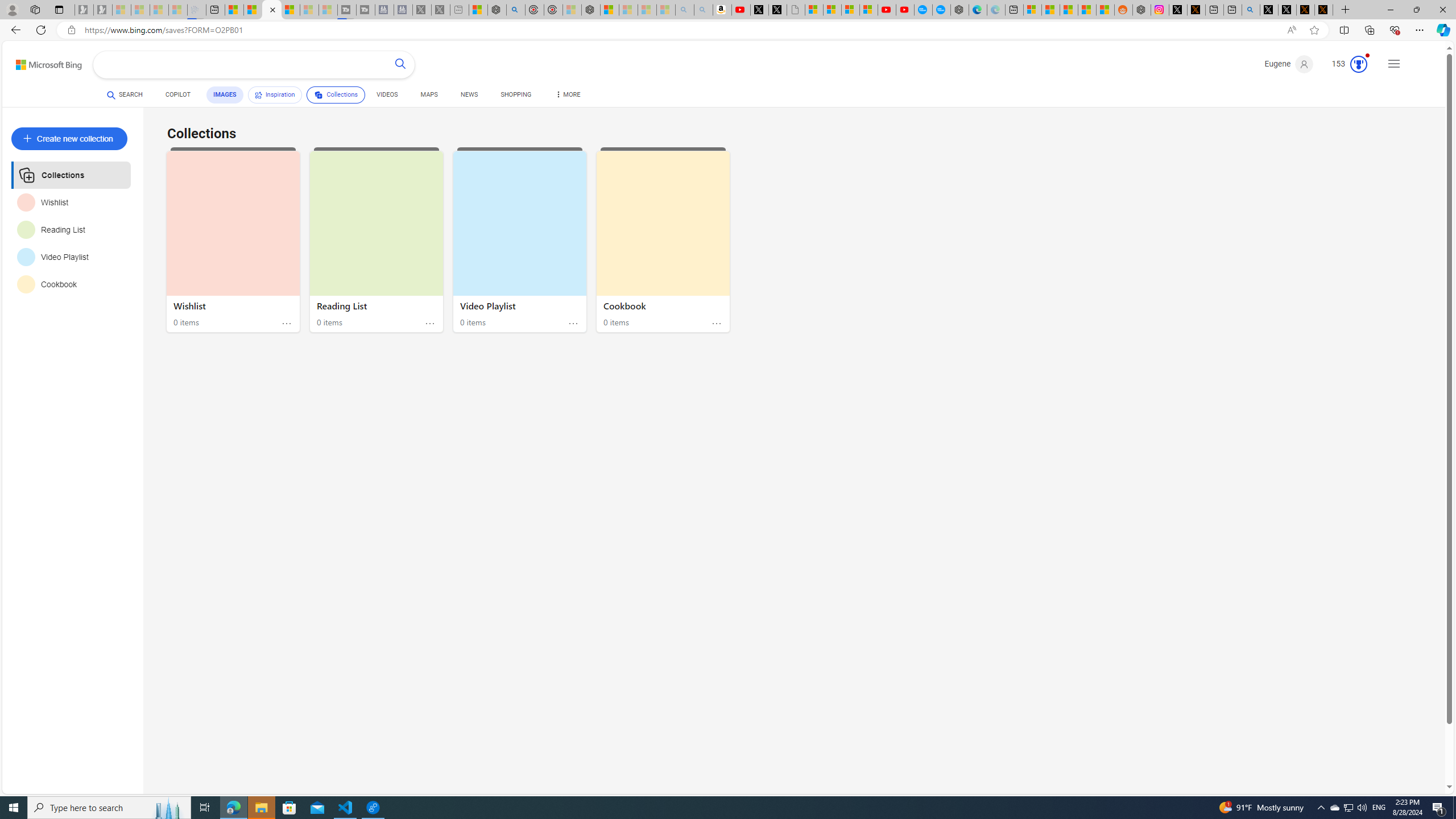  I want to click on 'COPILOT', so click(178, 96).